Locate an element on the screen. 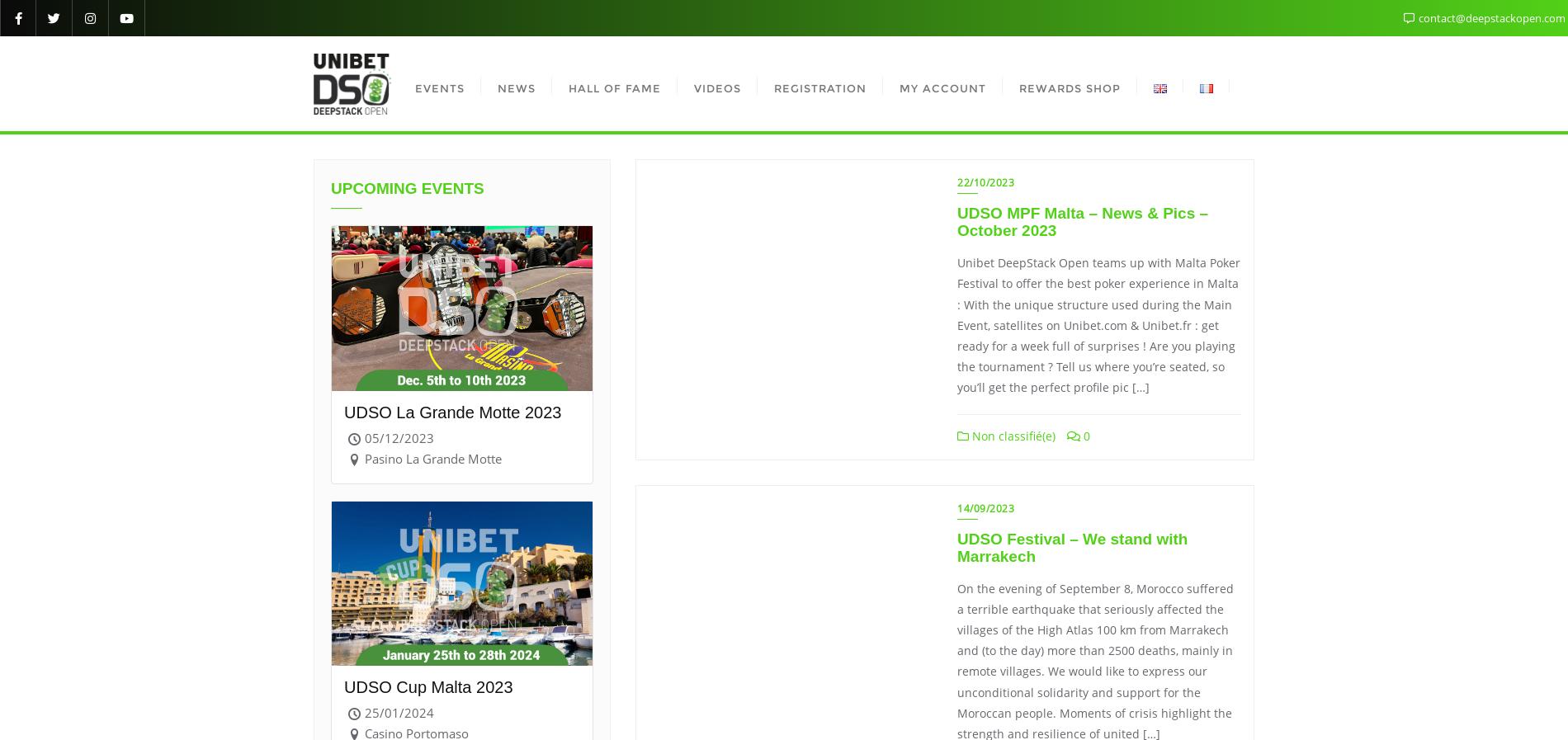  'Events' is located at coordinates (439, 87).